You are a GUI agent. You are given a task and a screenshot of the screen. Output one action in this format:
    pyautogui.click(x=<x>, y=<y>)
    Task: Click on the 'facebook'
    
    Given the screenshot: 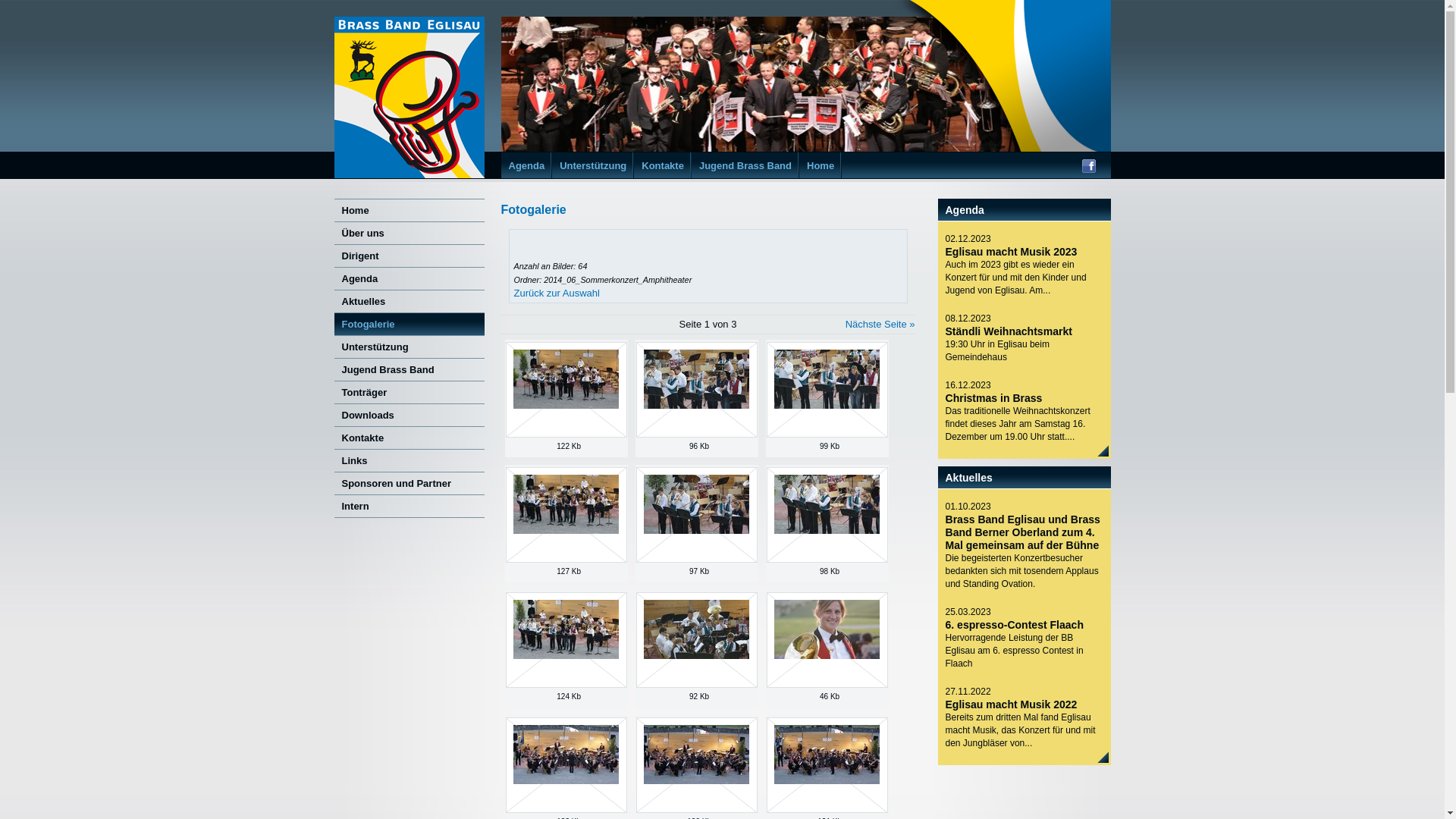 What is the action you would take?
    pyautogui.click(x=1080, y=168)
    